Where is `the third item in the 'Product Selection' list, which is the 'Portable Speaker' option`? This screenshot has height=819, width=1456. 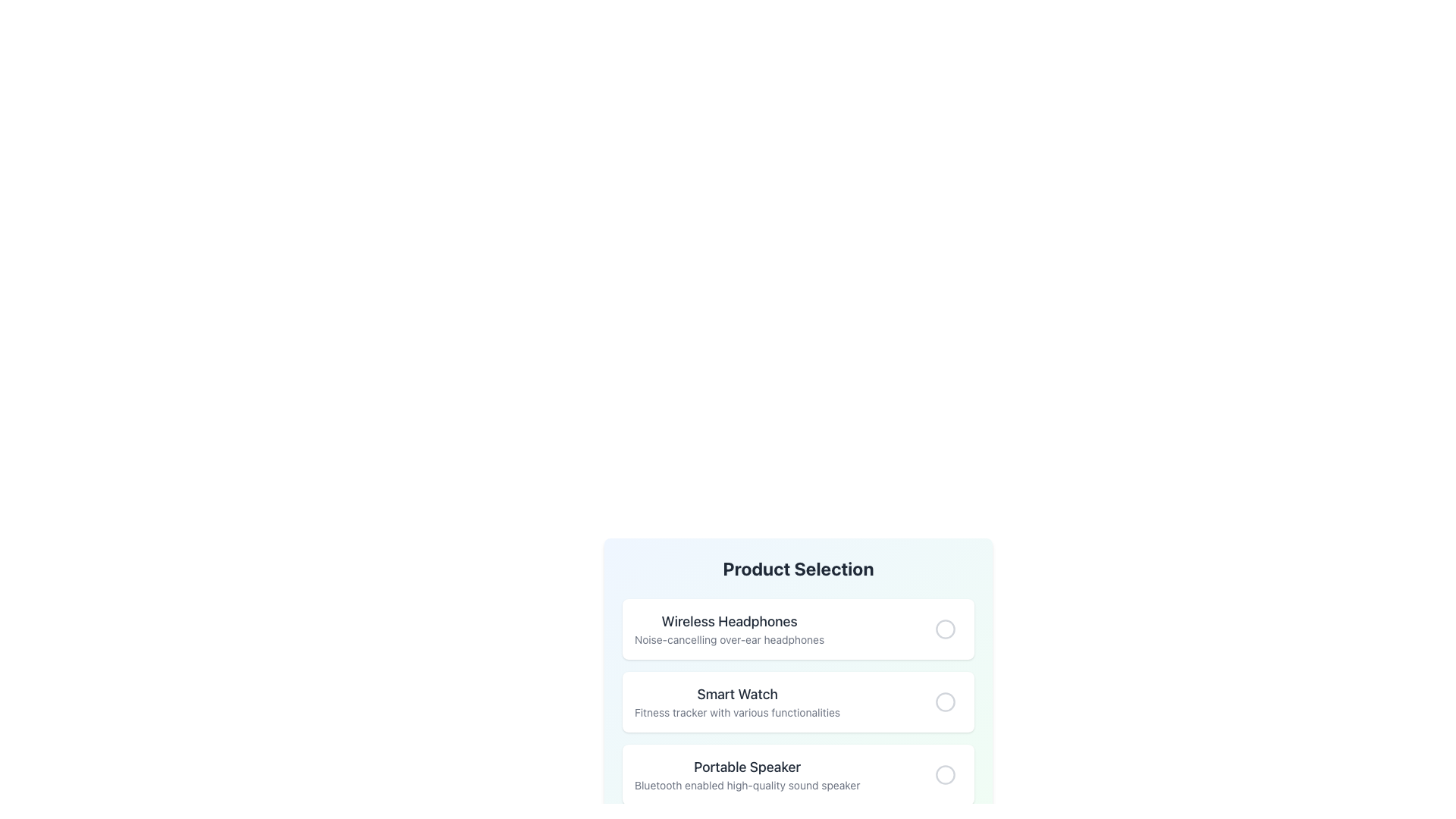
the third item in the 'Product Selection' list, which is the 'Portable Speaker' option is located at coordinates (797, 775).